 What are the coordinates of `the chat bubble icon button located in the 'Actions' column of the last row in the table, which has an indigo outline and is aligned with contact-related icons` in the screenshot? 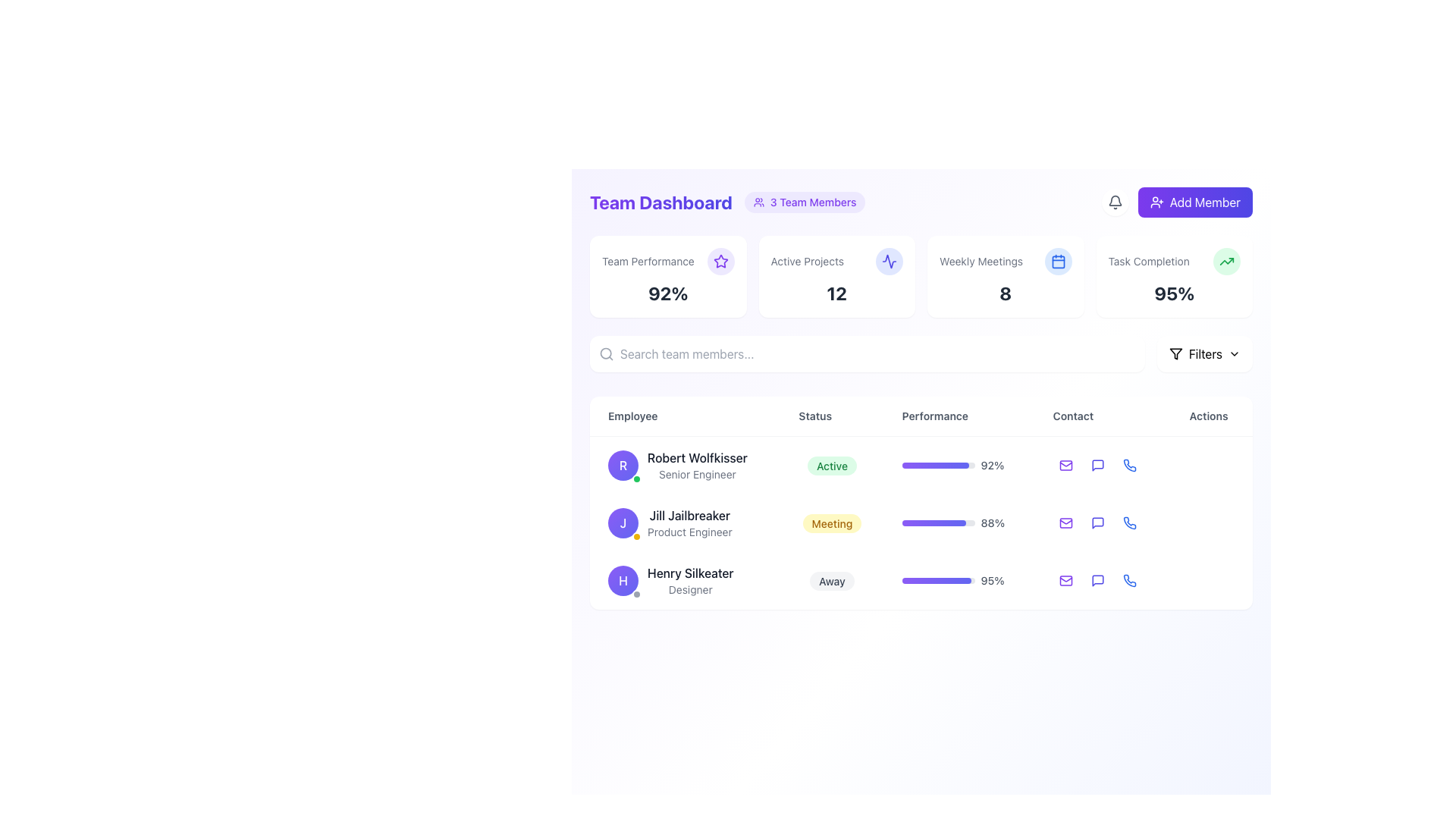 It's located at (1097, 580).